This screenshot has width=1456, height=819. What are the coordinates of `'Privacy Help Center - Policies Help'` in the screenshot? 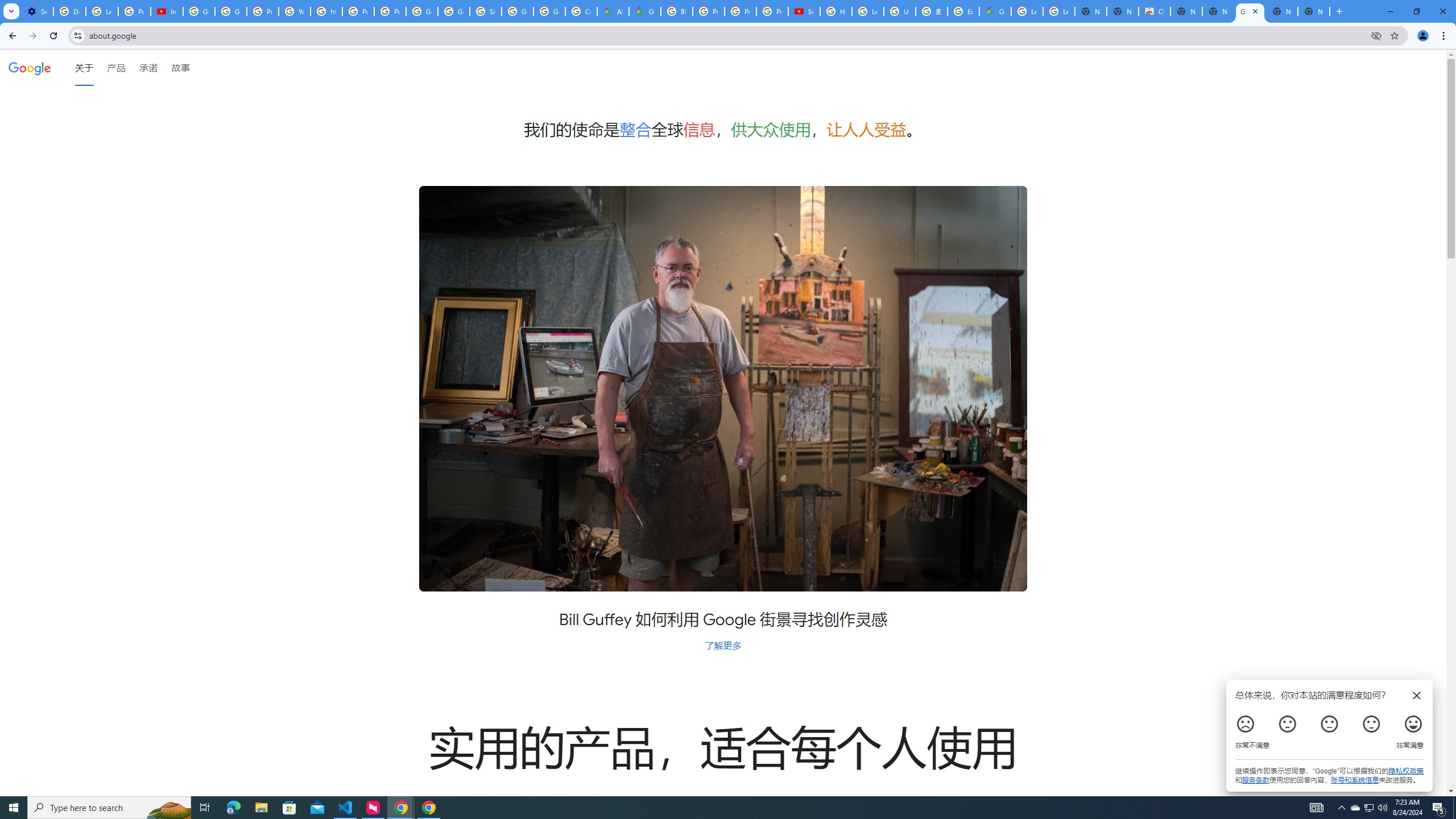 It's located at (708, 11).